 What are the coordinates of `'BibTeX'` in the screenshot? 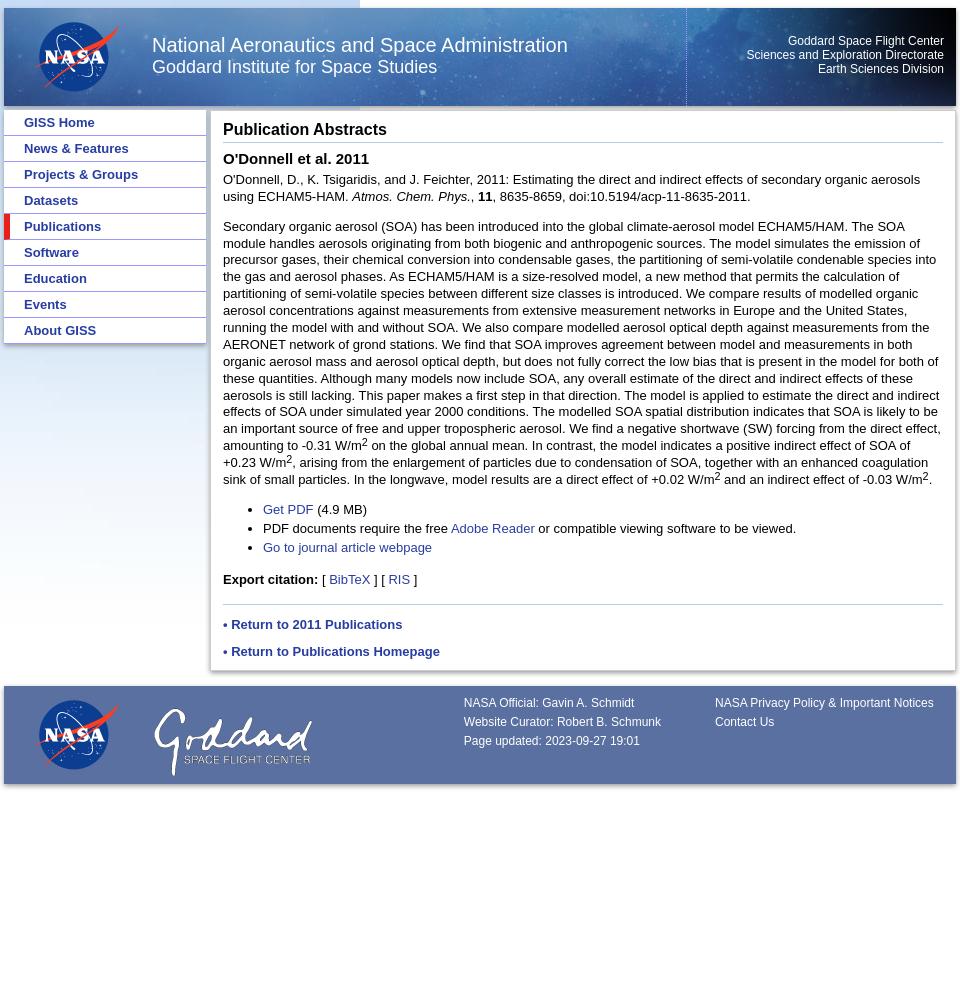 It's located at (349, 577).